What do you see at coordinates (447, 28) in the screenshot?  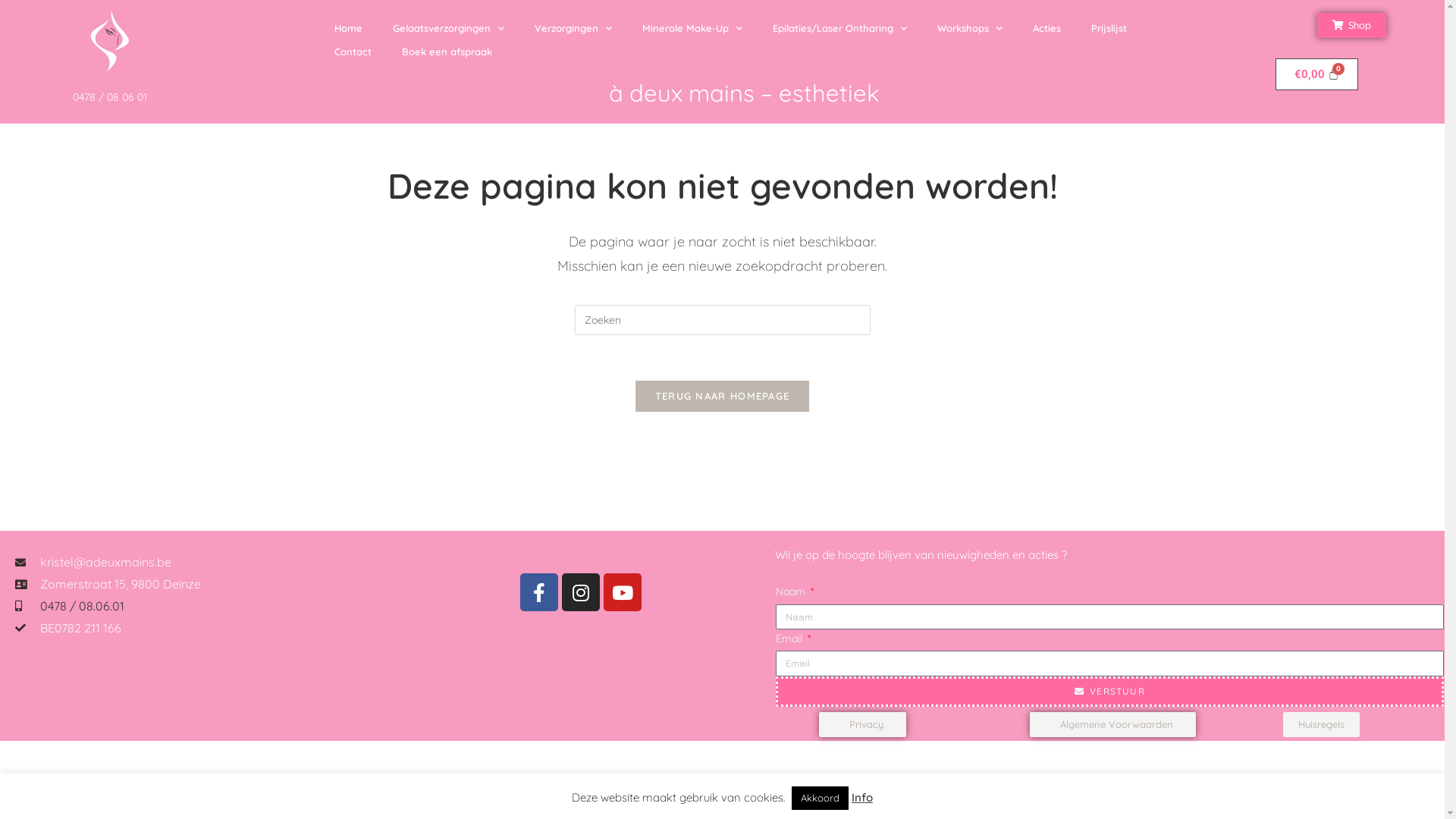 I see `'Gelaatsverzorgingen'` at bounding box center [447, 28].